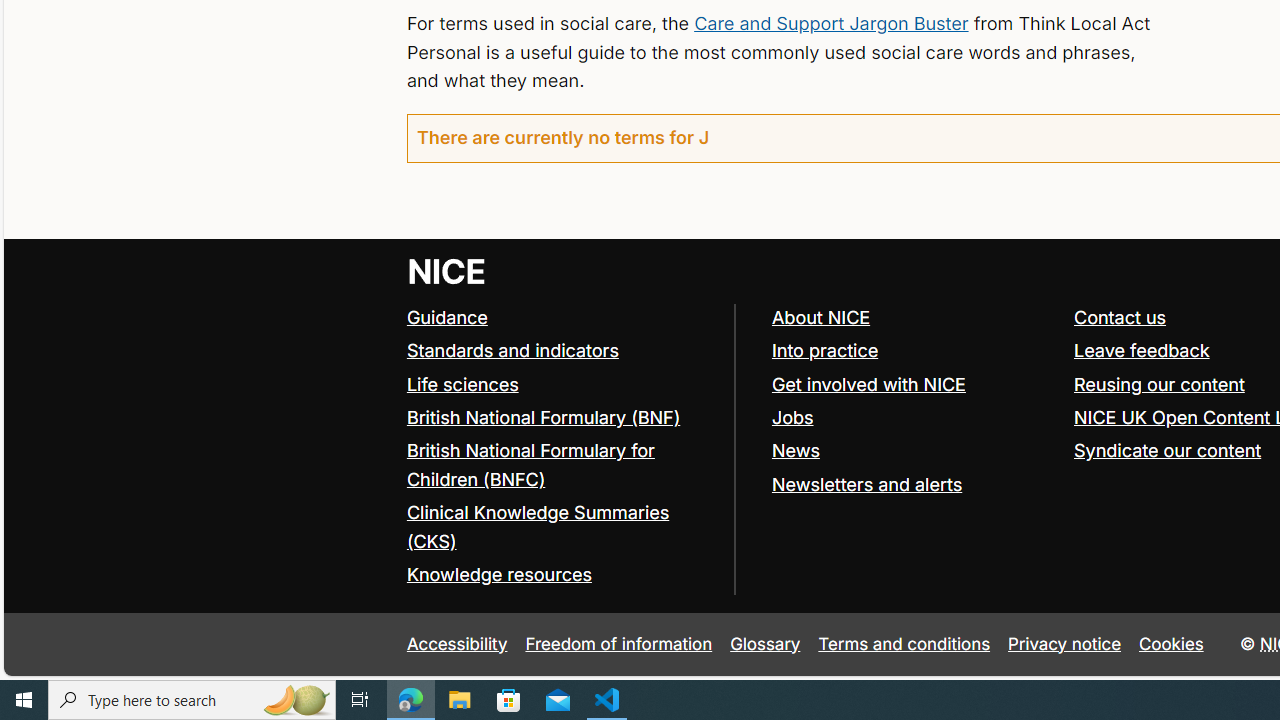  I want to click on 'Contact us', so click(1120, 316).